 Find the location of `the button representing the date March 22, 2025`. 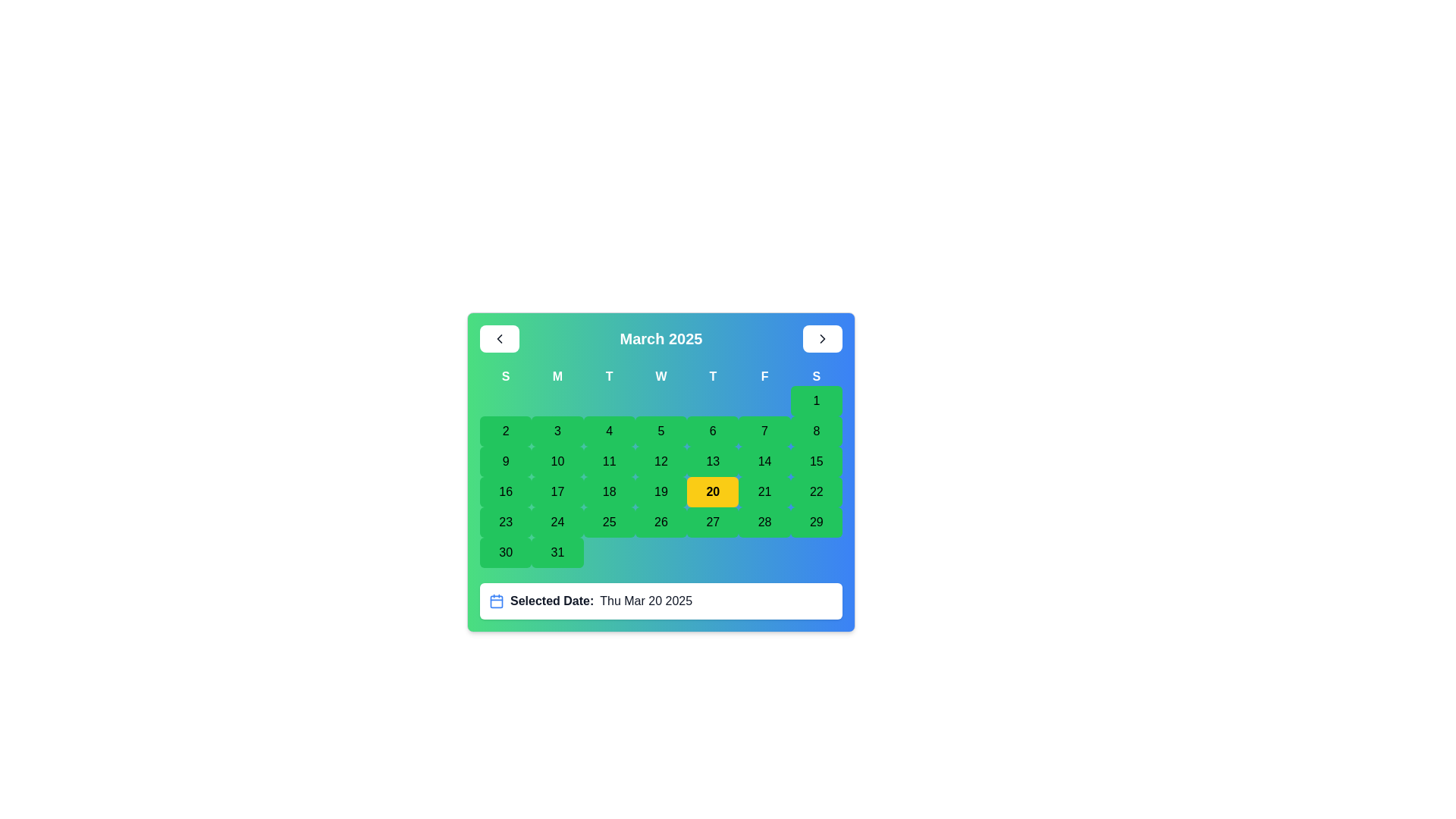

the button representing the date March 22, 2025 is located at coordinates (815, 491).